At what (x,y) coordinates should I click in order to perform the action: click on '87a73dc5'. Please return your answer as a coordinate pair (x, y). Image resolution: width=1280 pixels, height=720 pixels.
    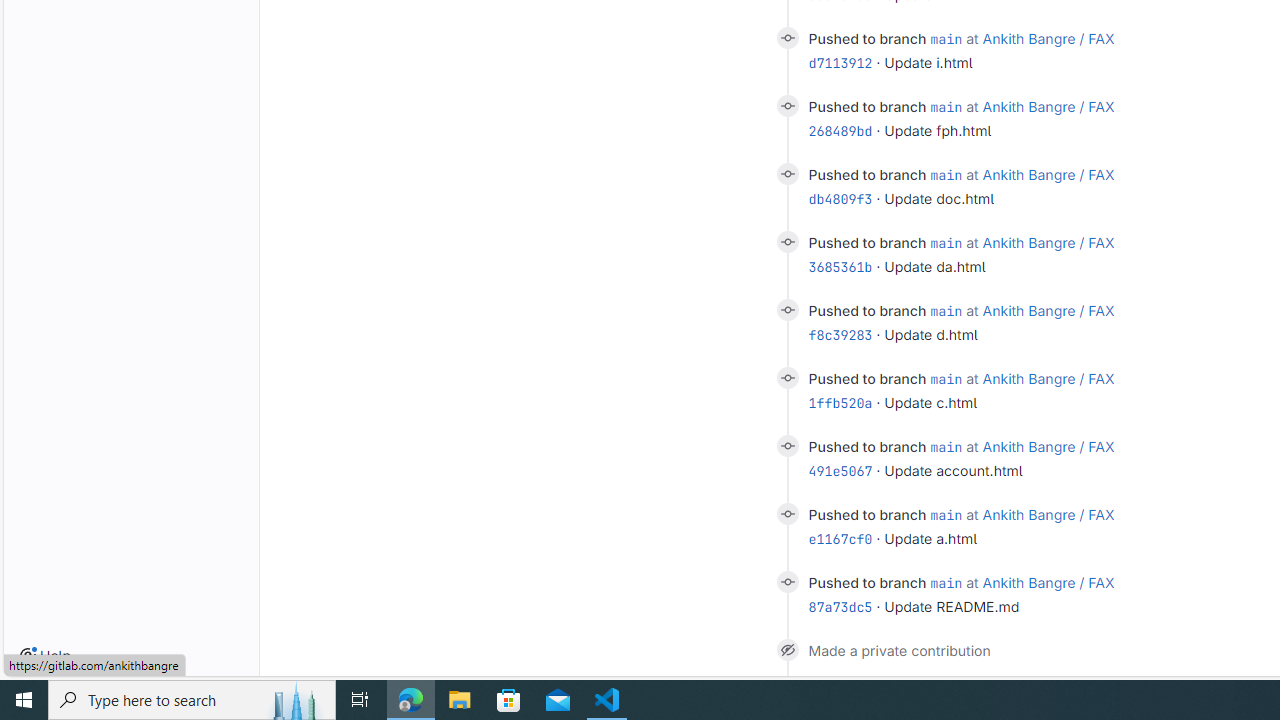
    Looking at the image, I should click on (840, 606).